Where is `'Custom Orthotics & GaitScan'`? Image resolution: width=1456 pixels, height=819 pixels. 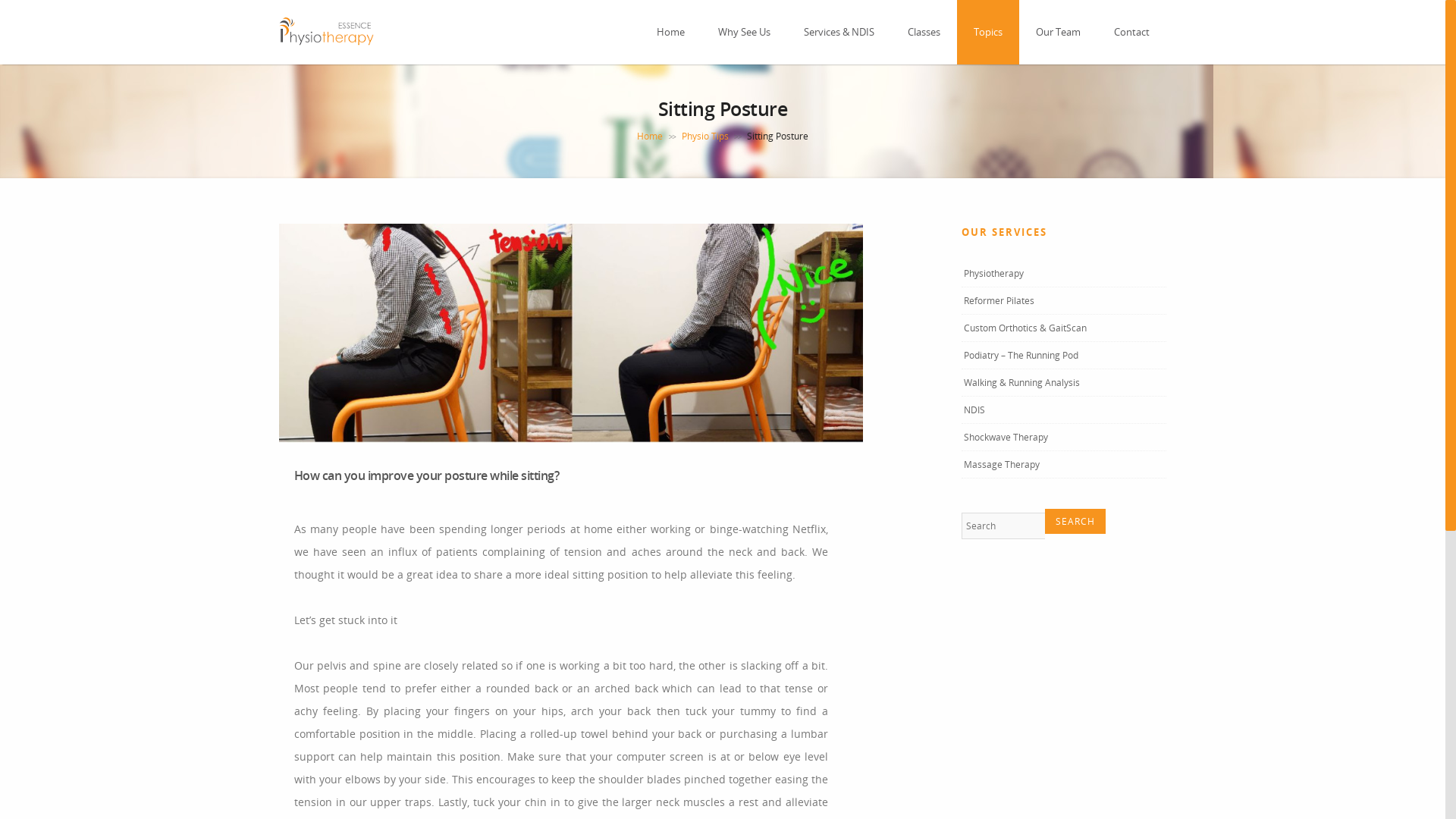 'Custom Orthotics & GaitScan' is located at coordinates (1025, 327).